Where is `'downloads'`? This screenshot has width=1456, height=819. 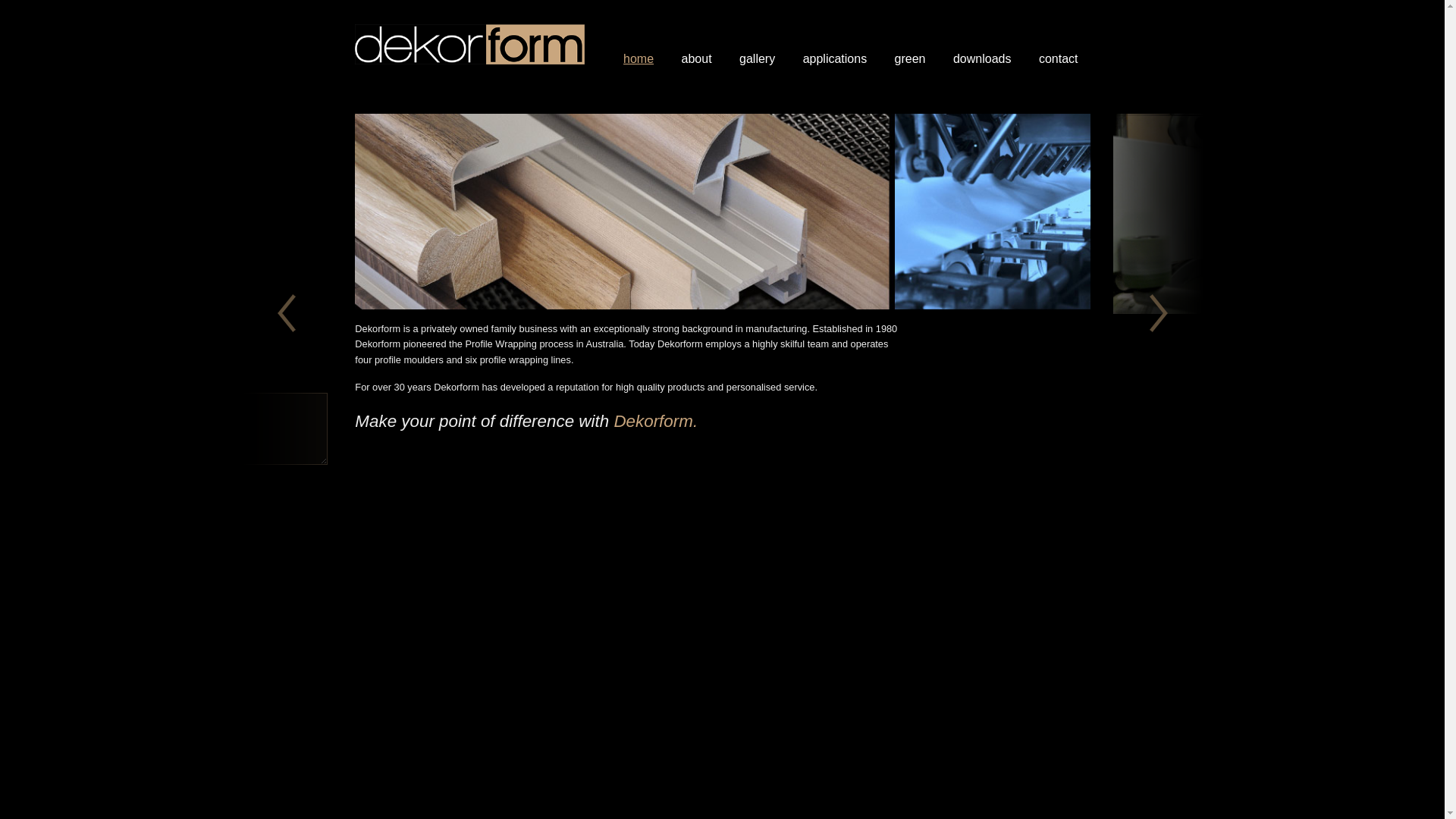 'downloads' is located at coordinates (982, 43).